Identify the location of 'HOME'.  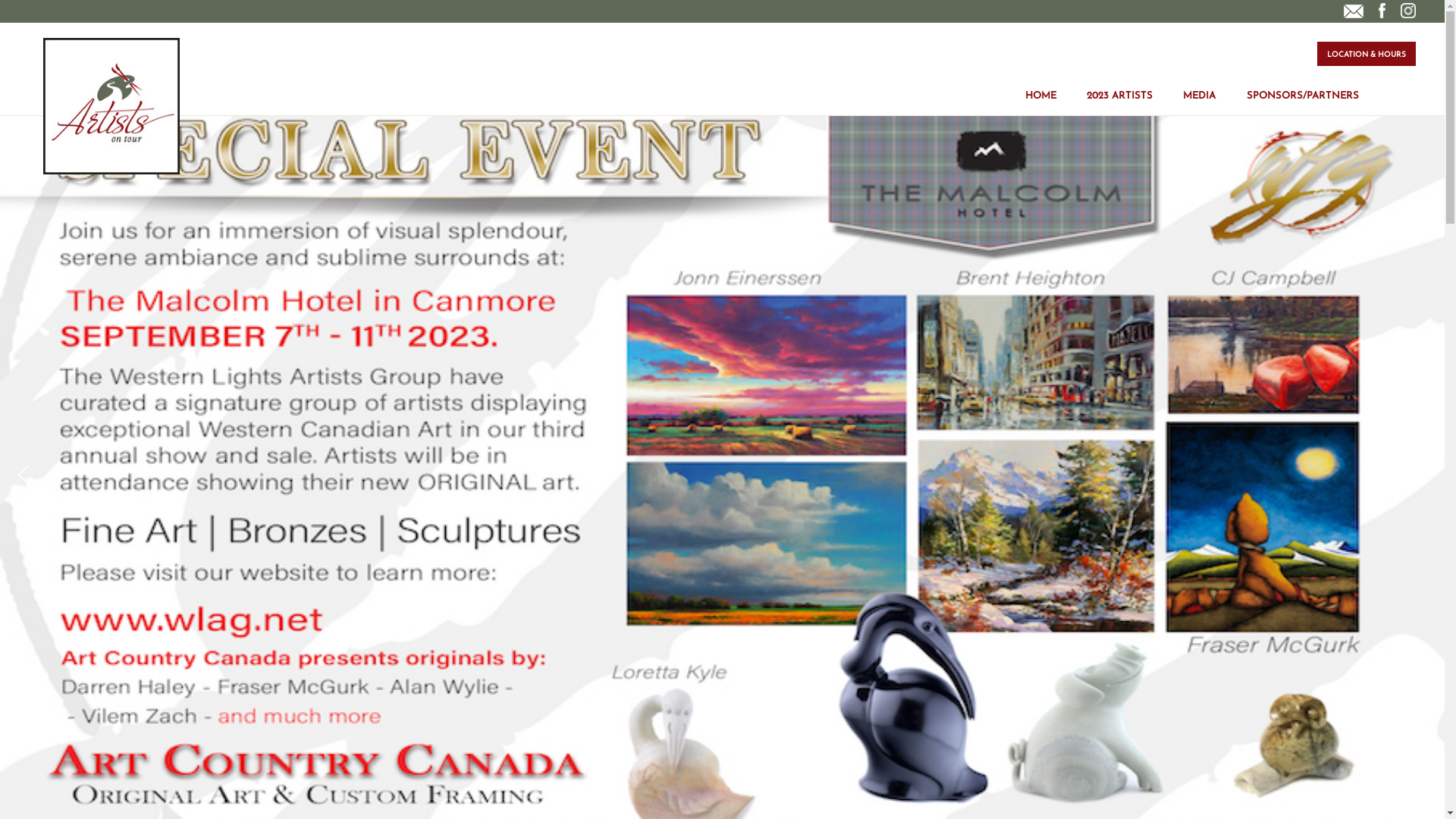
(1025, 84).